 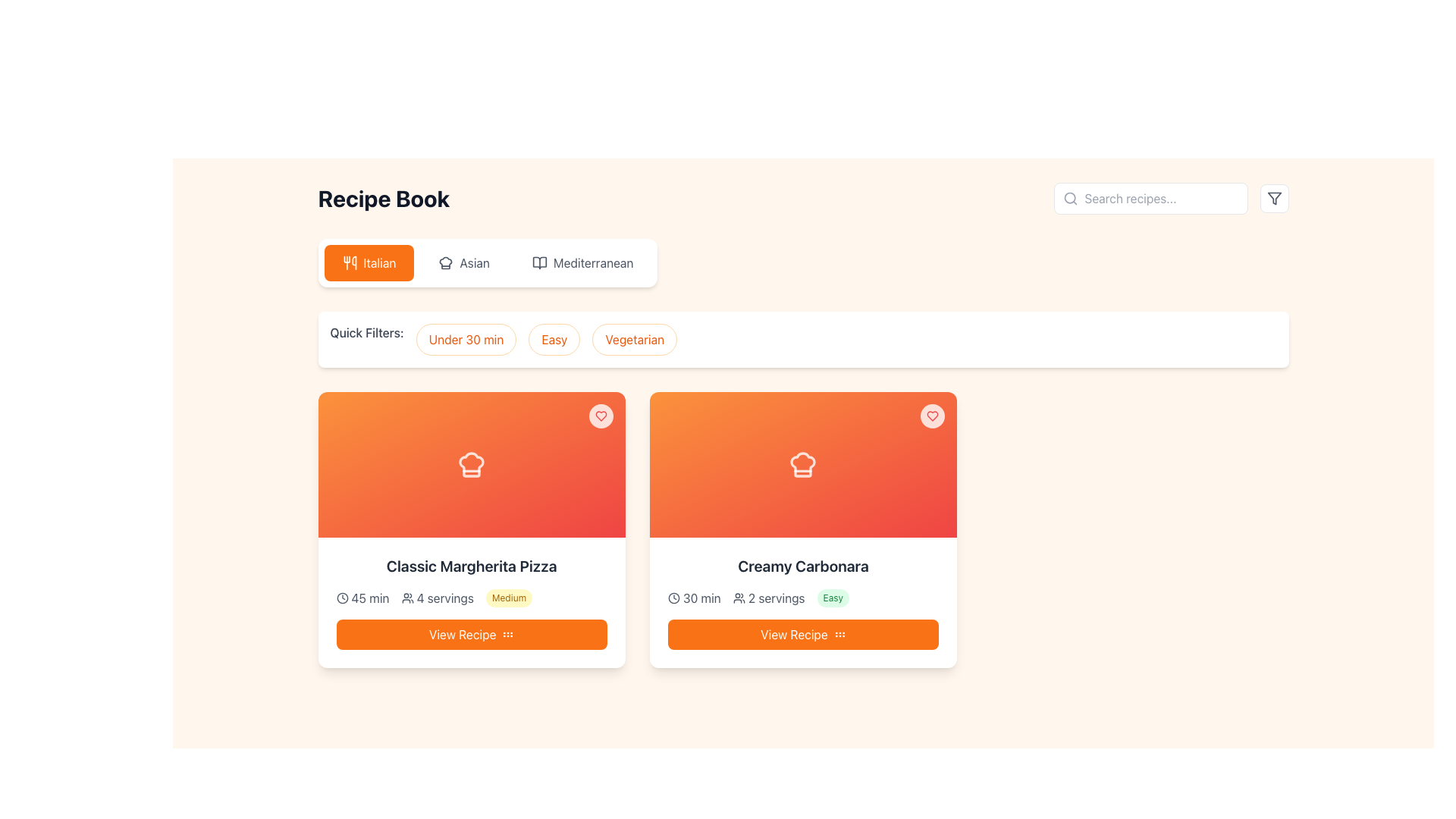 What do you see at coordinates (832, 598) in the screenshot?
I see `the difficulty level badge indicating the recipe's ease of preparation for 'Creamy Carbonara', located at the bottom-right section of the recipe card` at bounding box center [832, 598].